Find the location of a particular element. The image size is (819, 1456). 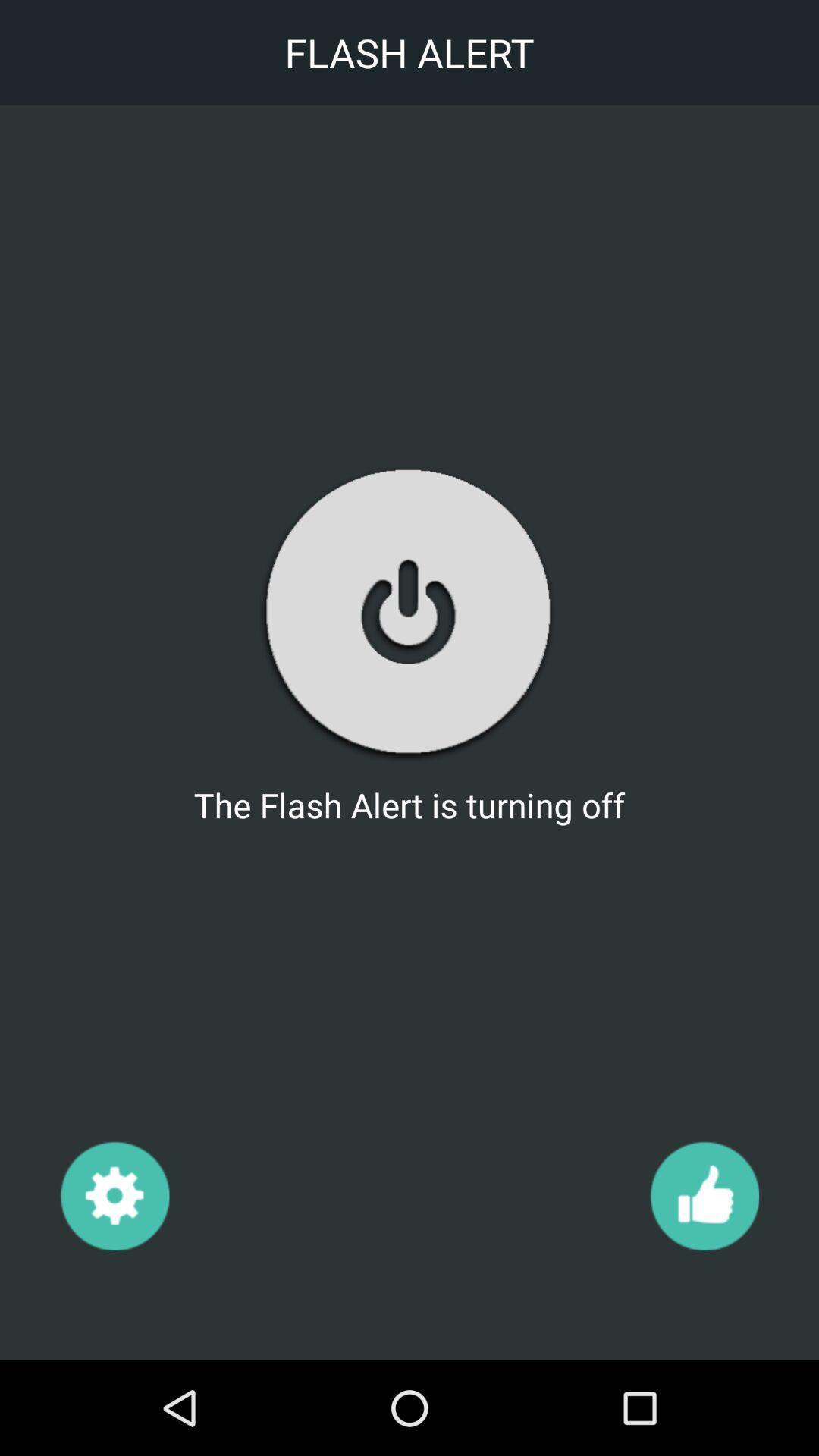

the thumbs_up icon is located at coordinates (704, 1194).